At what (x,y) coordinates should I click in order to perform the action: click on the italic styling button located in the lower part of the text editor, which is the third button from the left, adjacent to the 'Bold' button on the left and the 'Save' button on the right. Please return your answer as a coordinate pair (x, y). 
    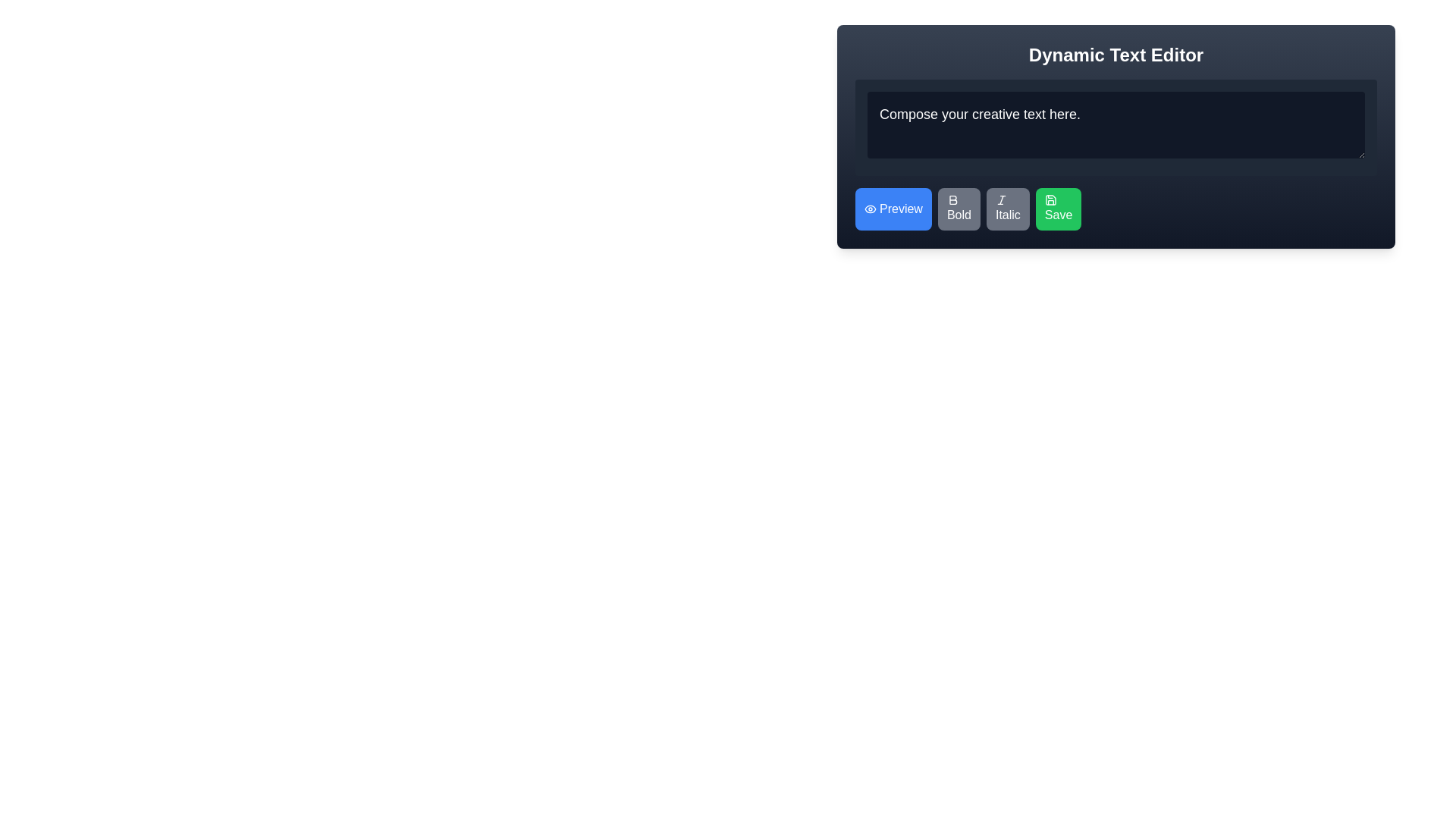
    Looking at the image, I should click on (1008, 209).